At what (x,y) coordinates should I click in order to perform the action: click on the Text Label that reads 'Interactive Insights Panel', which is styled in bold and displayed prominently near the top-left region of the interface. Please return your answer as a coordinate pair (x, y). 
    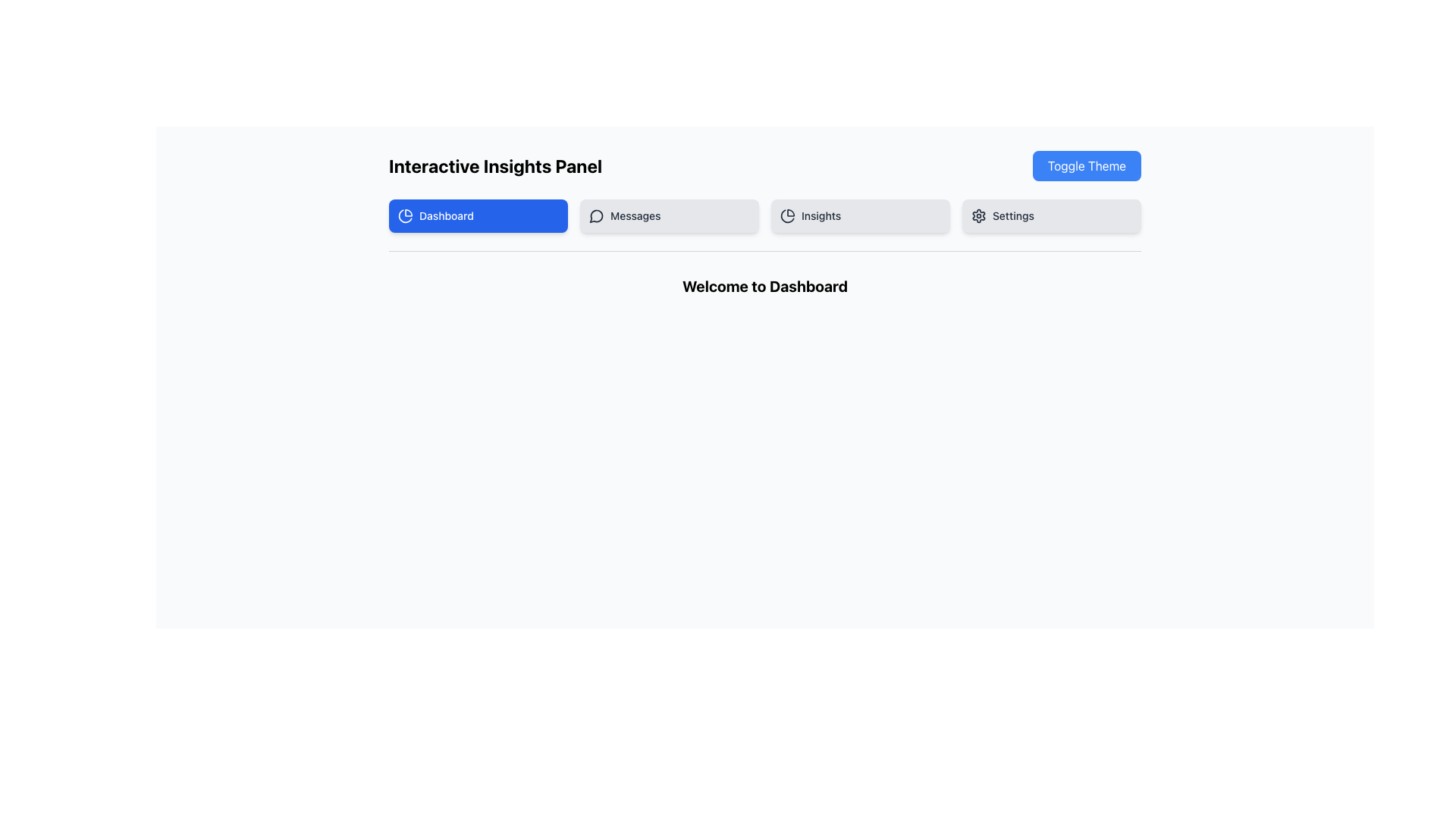
    Looking at the image, I should click on (495, 166).